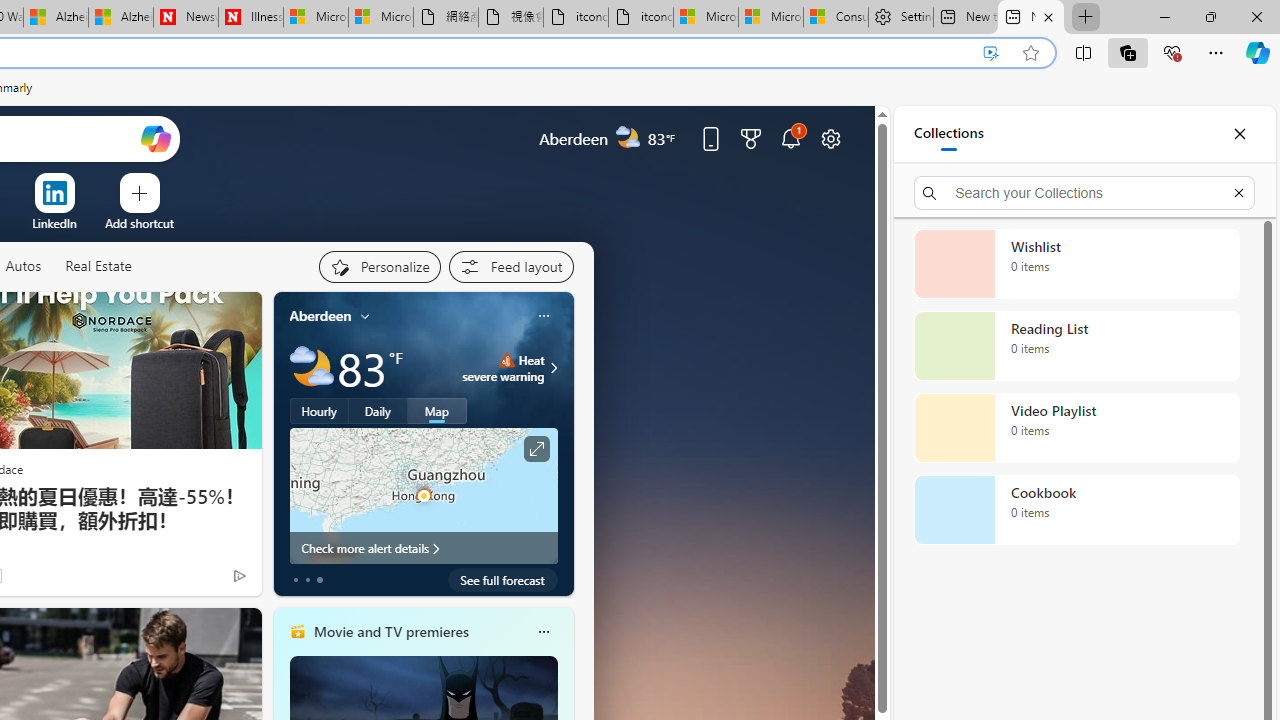 This screenshot has width=1280, height=720. What do you see at coordinates (310, 368) in the screenshot?
I see `'Partly cloudy'` at bounding box center [310, 368].